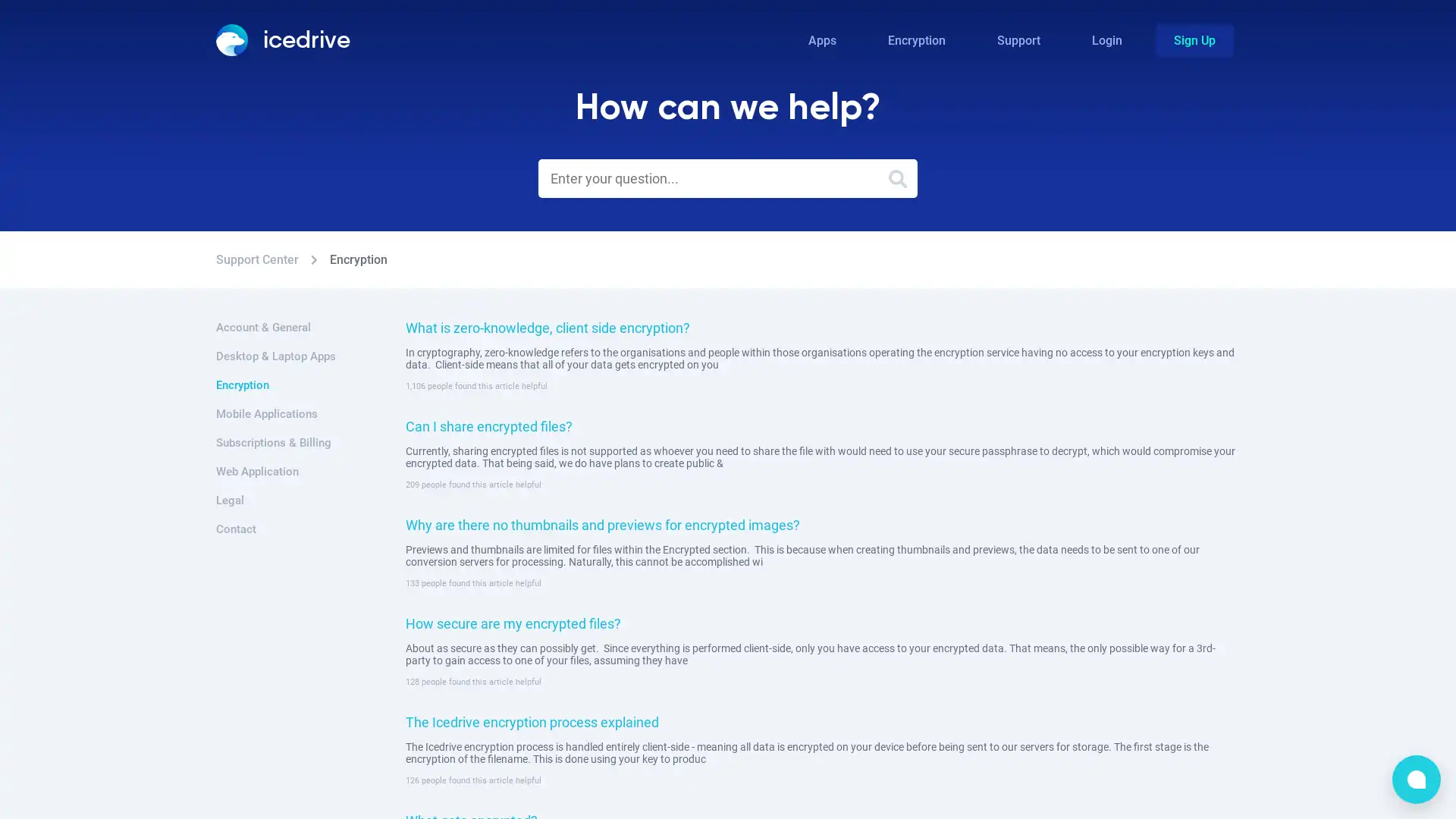 Image resolution: width=1456 pixels, height=819 pixels. Describe the element at coordinates (1415, 780) in the screenshot. I see `bubble-icon` at that location.